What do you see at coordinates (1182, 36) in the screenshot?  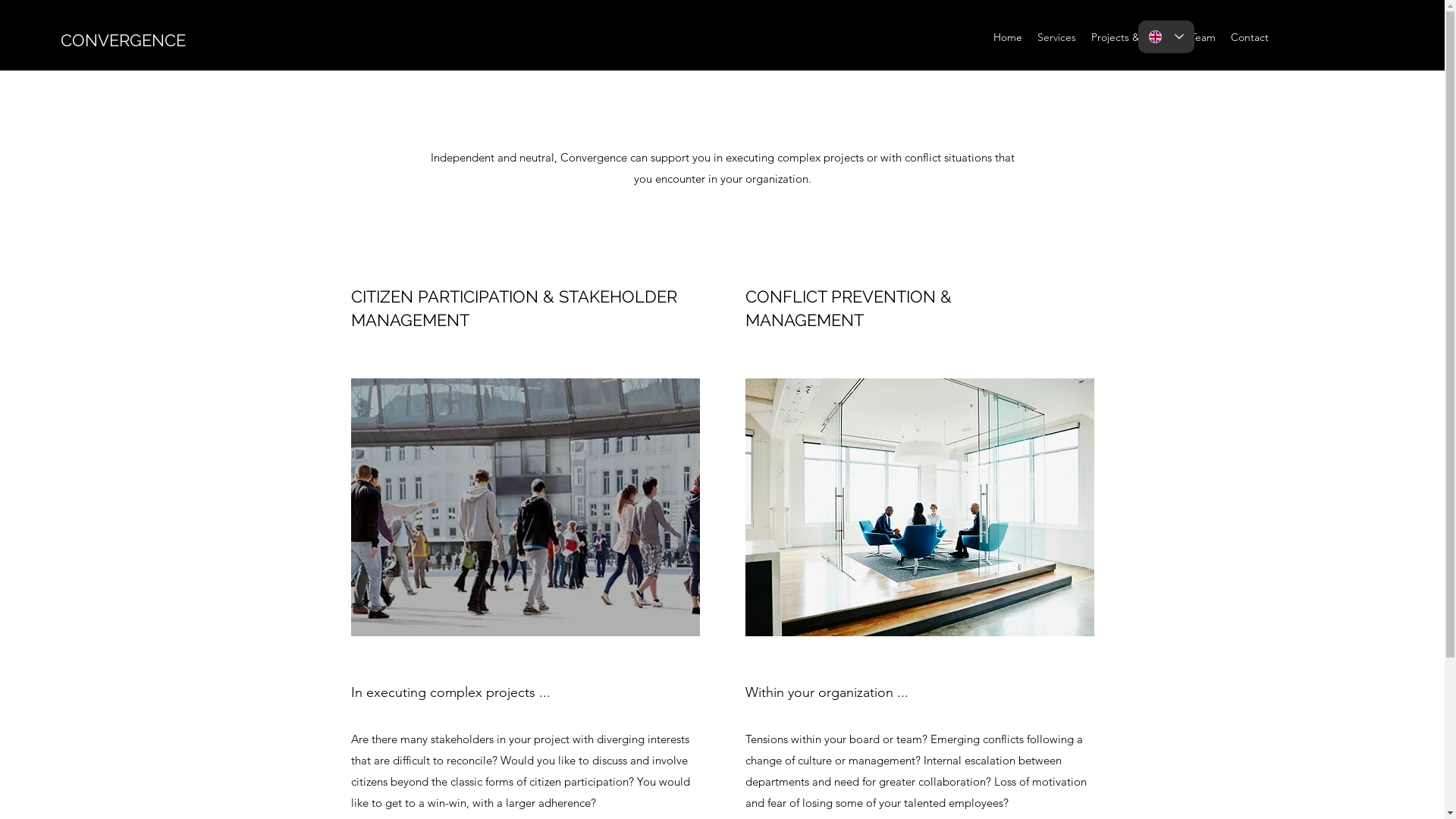 I see `'Team'` at bounding box center [1182, 36].